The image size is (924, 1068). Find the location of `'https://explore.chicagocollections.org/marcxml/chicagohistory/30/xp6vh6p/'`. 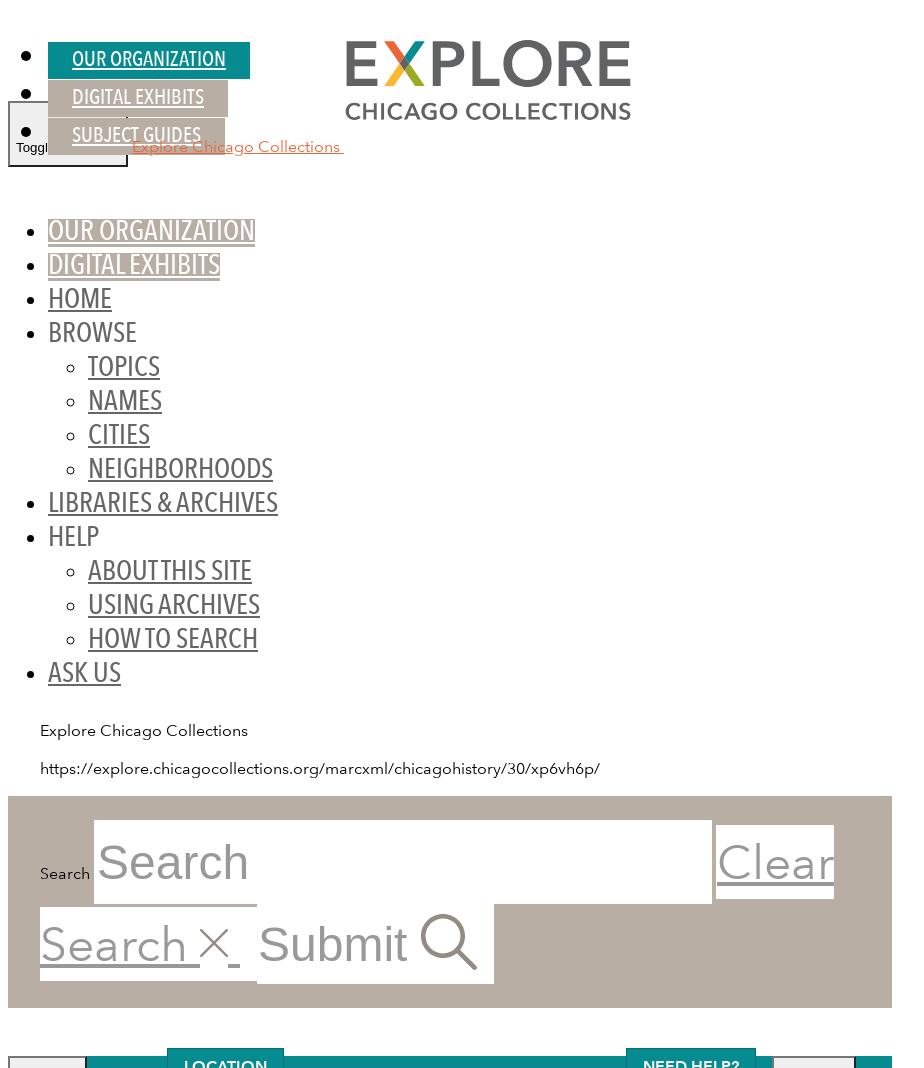

'https://explore.chicagocollections.org/marcxml/chicagohistory/30/xp6vh6p/' is located at coordinates (319, 768).